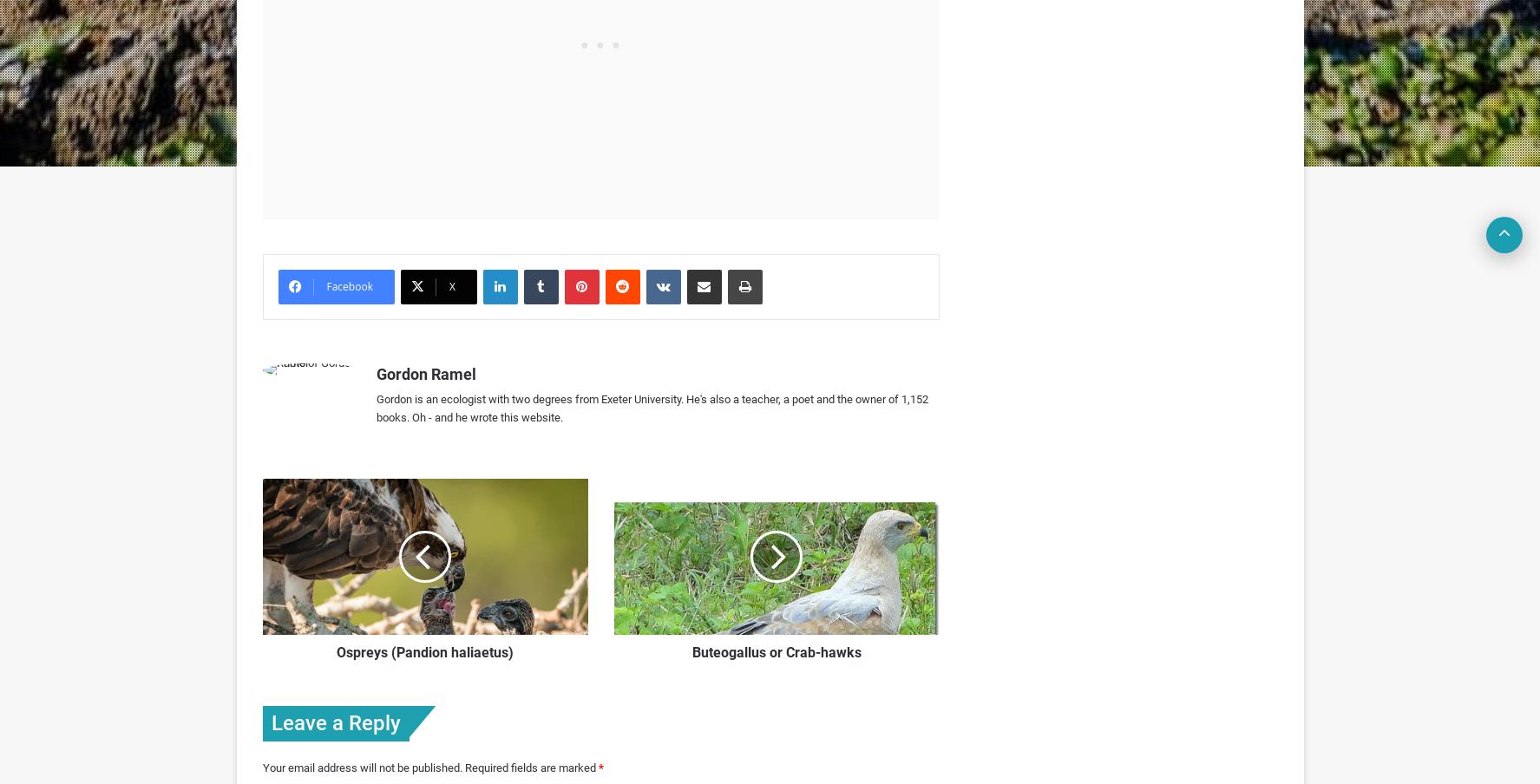 Image resolution: width=1540 pixels, height=784 pixels. What do you see at coordinates (776, 651) in the screenshot?
I see `'Buteogallus or Crab-hawks'` at bounding box center [776, 651].